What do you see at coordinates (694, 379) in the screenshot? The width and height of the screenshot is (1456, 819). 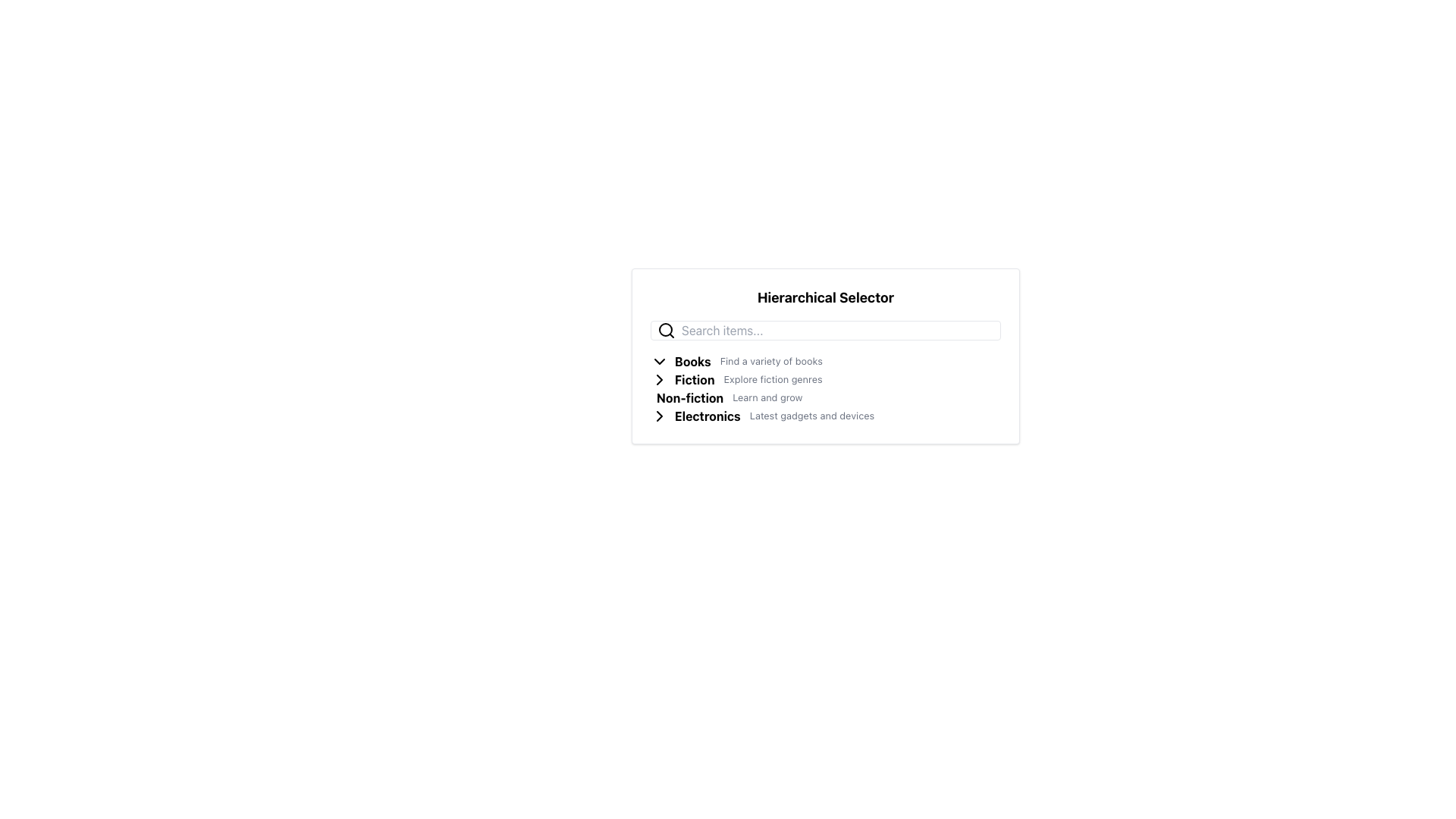 I see `the 'Fiction' text label, which is a bold item under the 'Books' category in the hierarchical selector widget` at bounding box center [694, 379].